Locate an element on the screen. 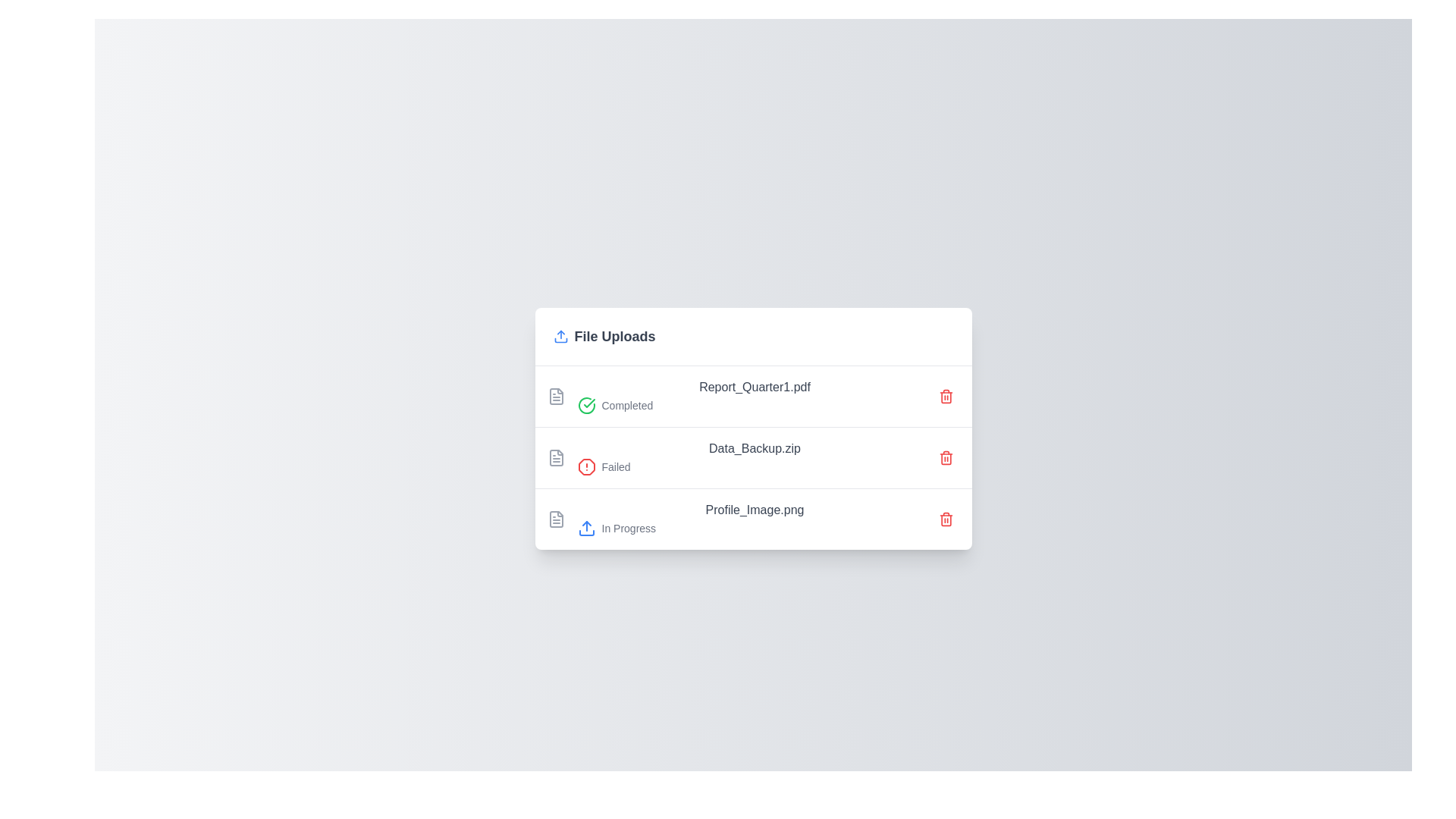  the file upload icon located at the leftmost part of the 'File Uploads' header section, adjacent to its descriptive text is located at coordinates (560, 335).